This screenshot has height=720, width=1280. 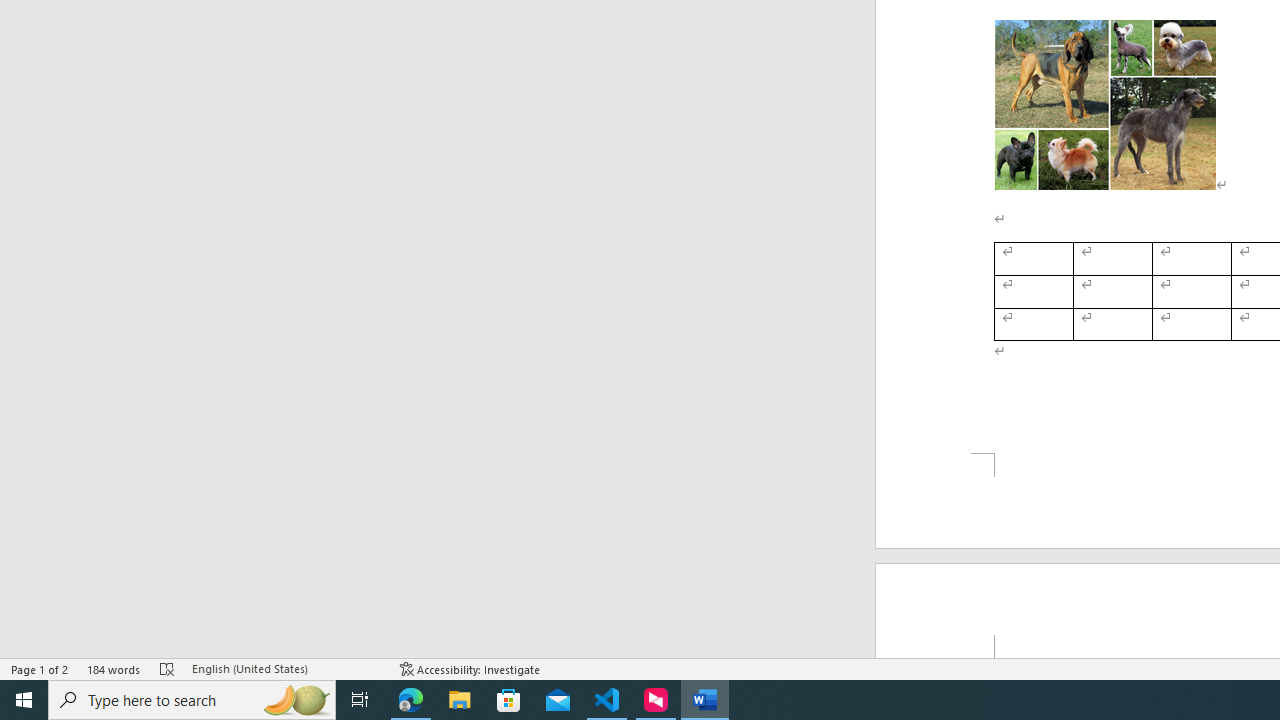 What do you see at coordinates (40, 669) in the screenshot?
I see `'Page Number Page 1 of 2'` at bounding box center [40, 669].